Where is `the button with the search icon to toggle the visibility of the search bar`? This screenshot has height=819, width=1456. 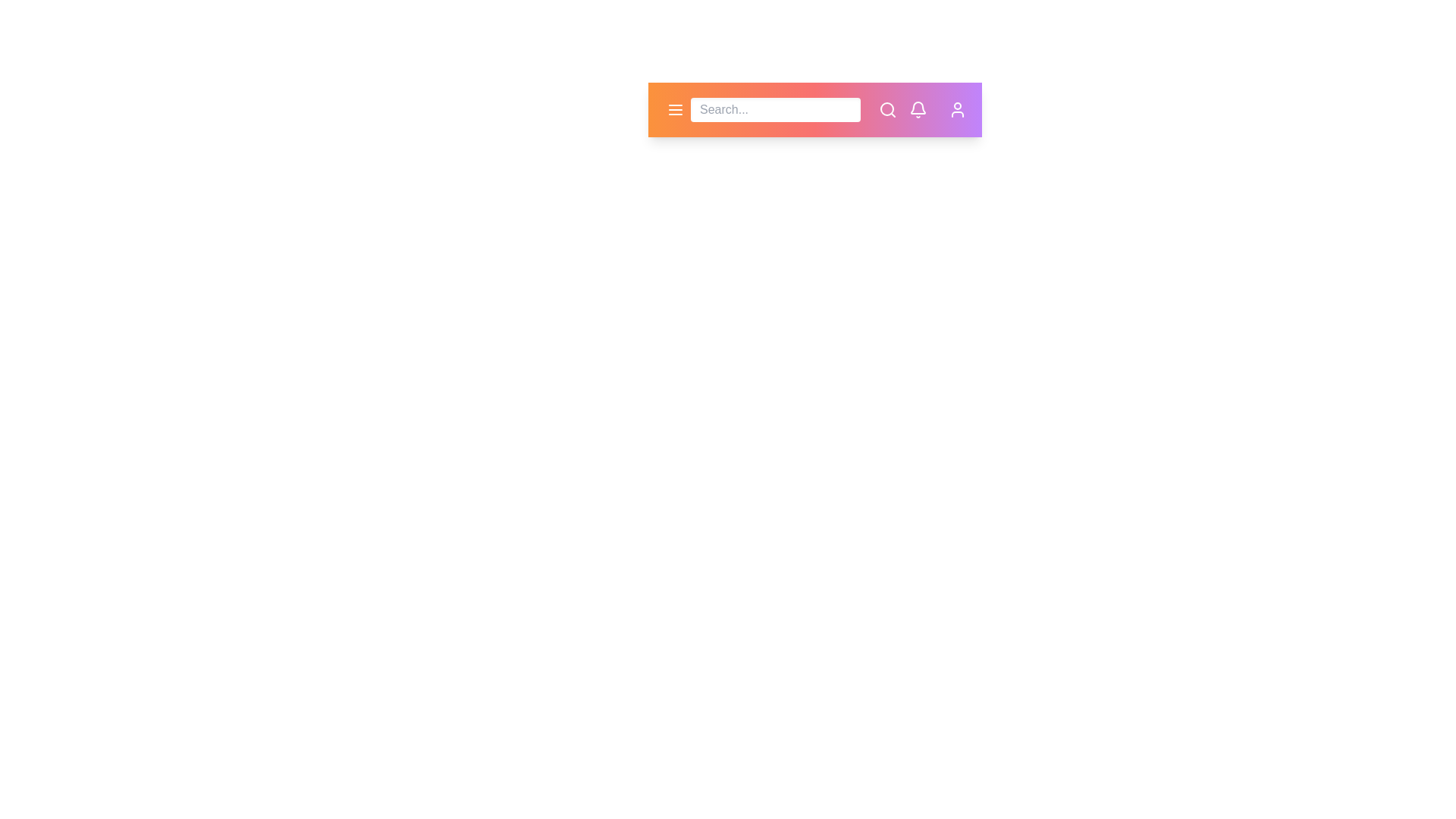 the button with the search icon to toggle the visibility of the search bar is located at coordinates (888, 109).